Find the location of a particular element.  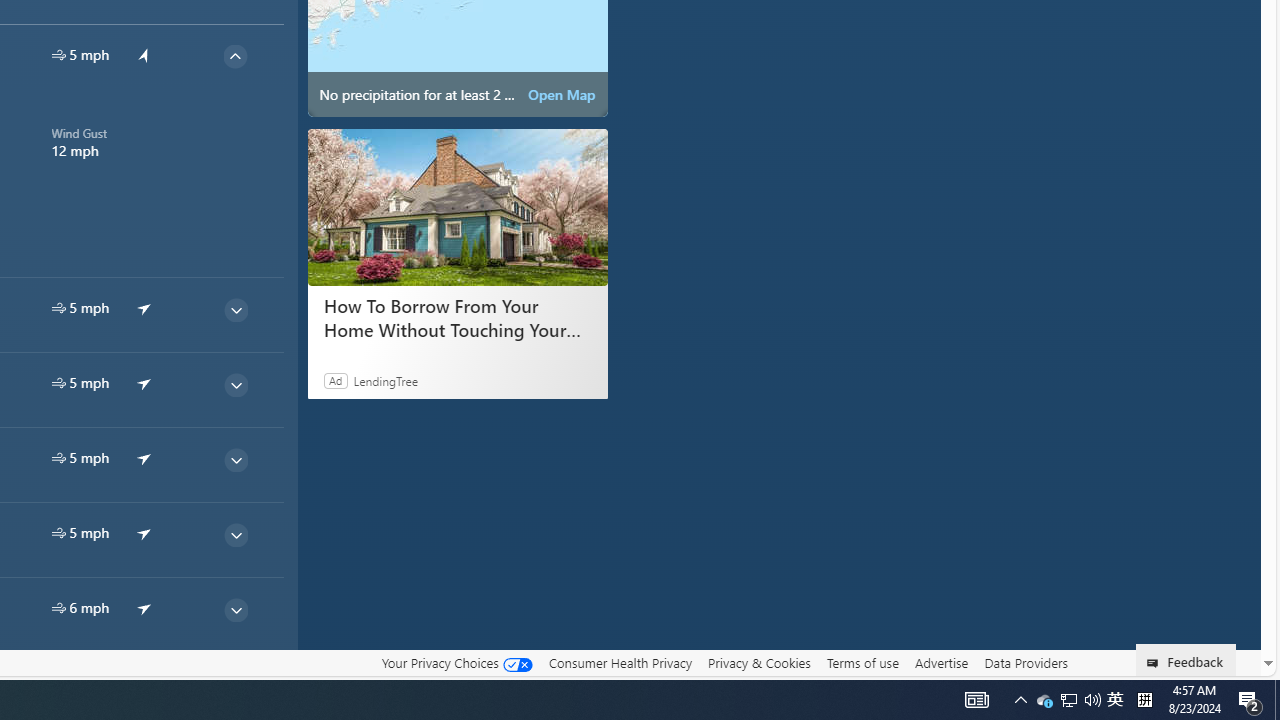

'Privacy & Cookies' is located at coordinates (758, 662).